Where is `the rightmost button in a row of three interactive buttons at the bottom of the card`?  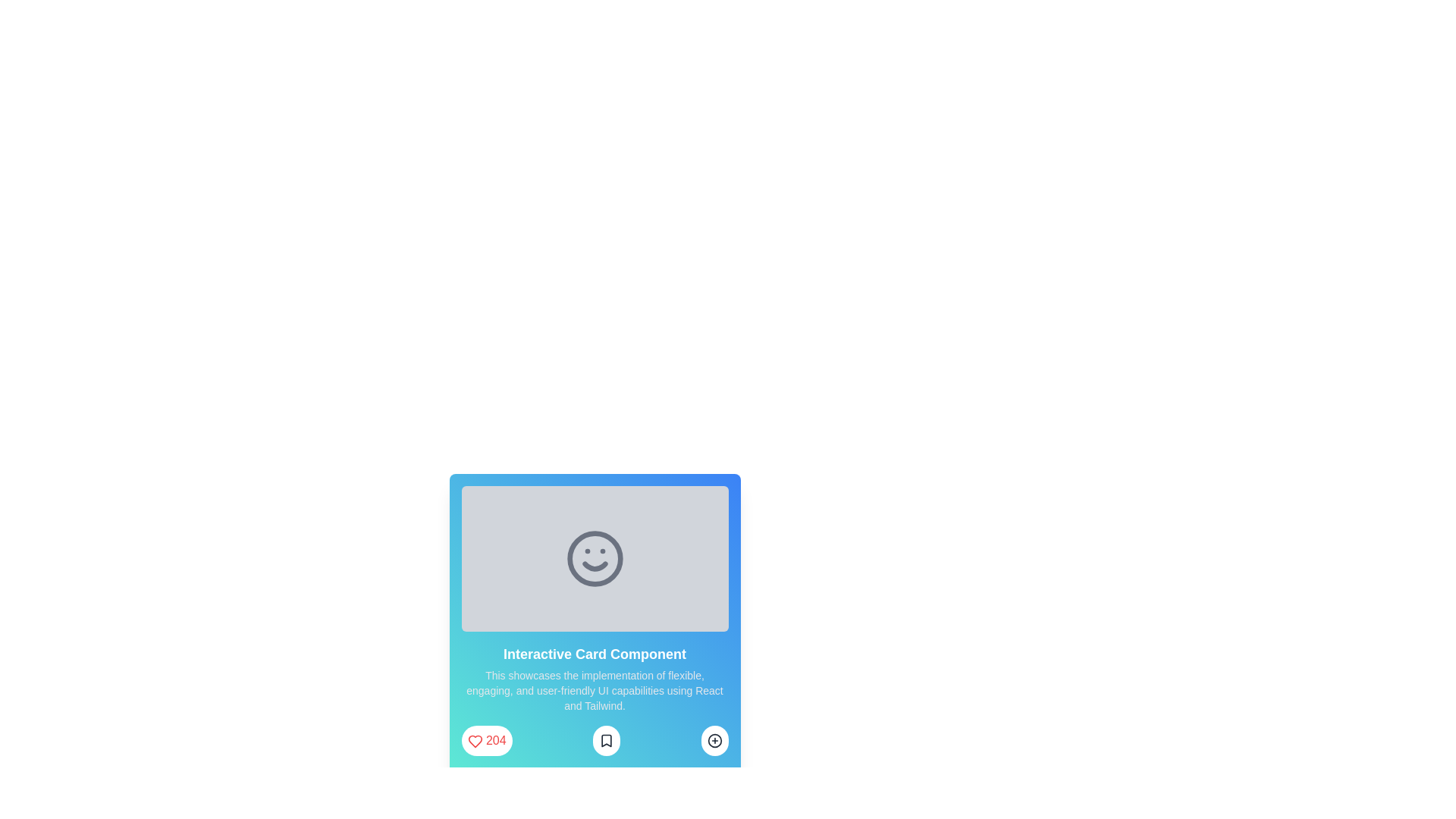
the rightmost button in a row of three interactive buttons at the bottom of the card is located at coordinates (714, 739).